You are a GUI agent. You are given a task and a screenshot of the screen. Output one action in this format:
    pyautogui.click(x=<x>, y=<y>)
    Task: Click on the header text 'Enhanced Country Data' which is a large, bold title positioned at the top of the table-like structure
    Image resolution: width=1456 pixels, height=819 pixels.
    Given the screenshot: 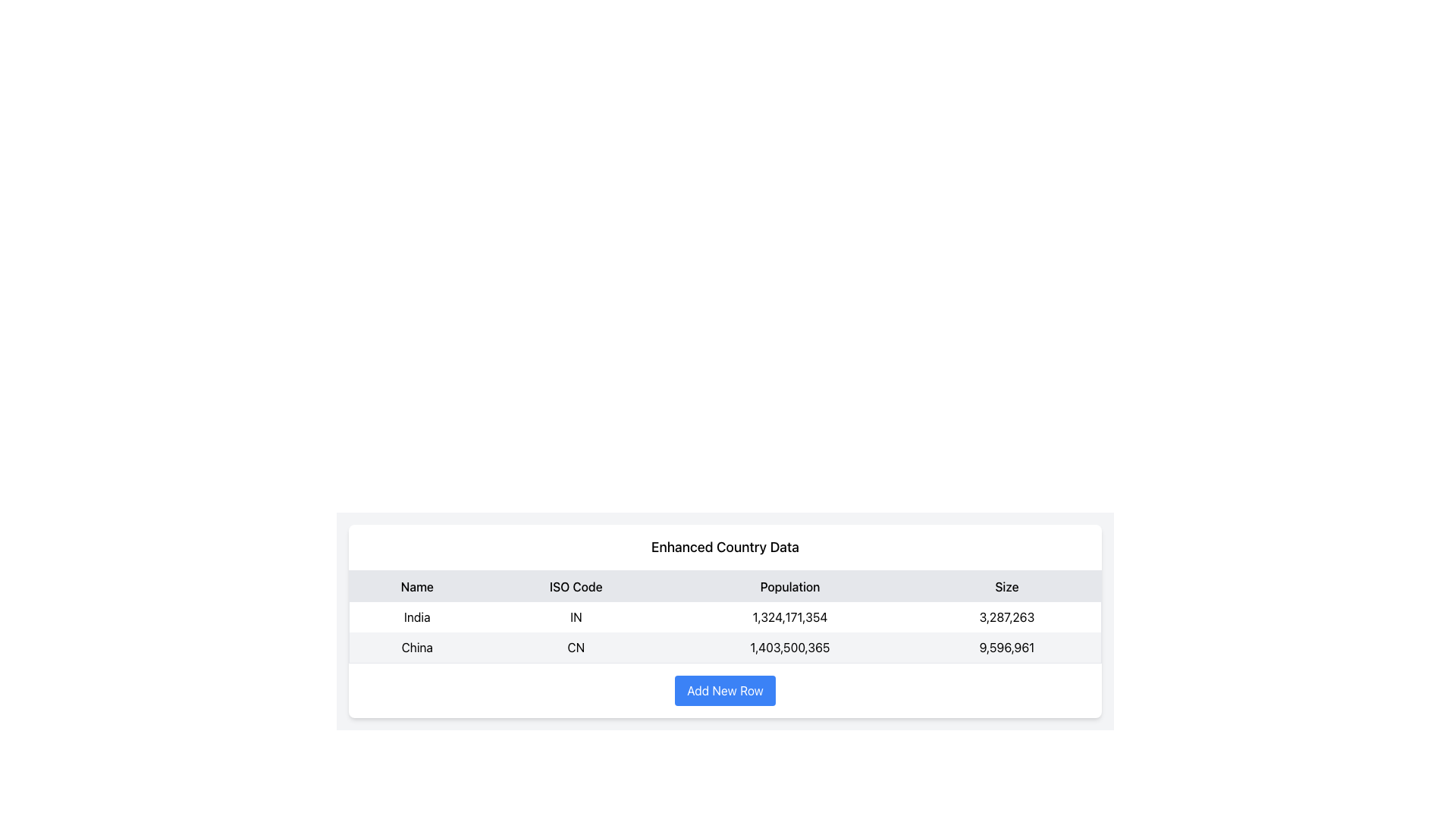 What is the action you would take?
    pyautogui.click(x=724, y=548)
    